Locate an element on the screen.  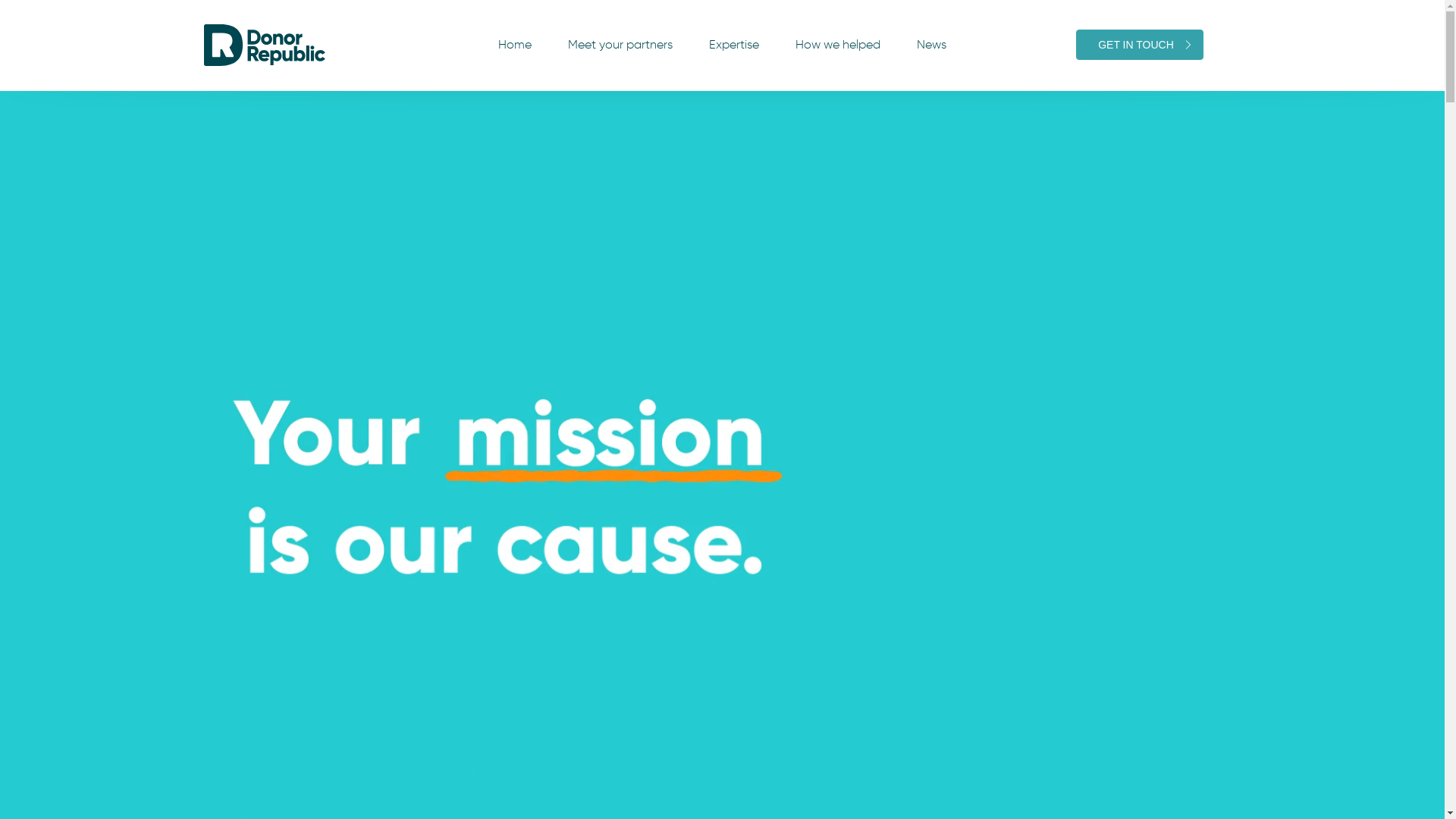
'Meet your partners' is located at coordinates (620, 43).